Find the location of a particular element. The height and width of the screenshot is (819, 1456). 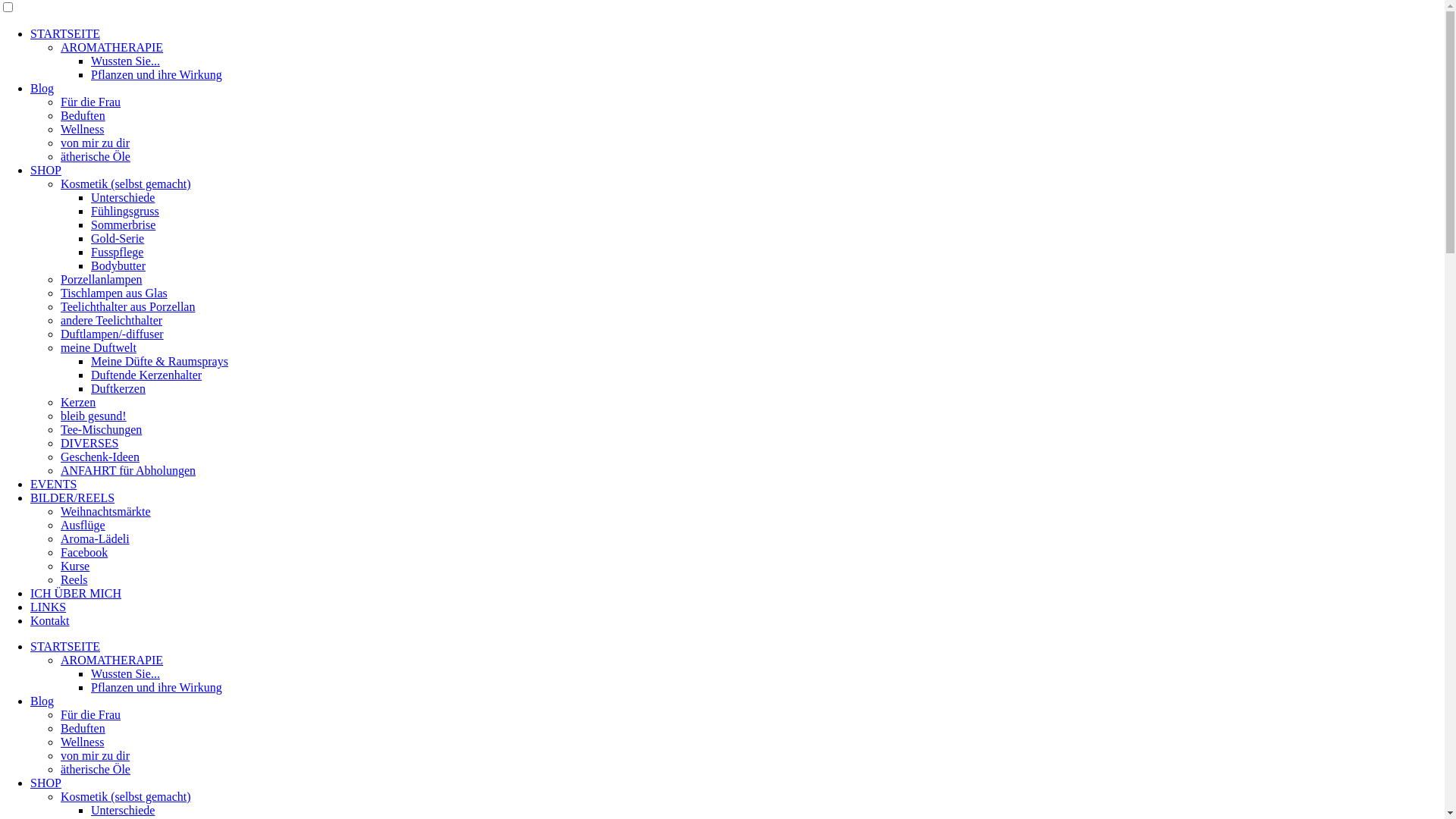

'AROMATHERAPIE' is located at coordinates (111, 659).